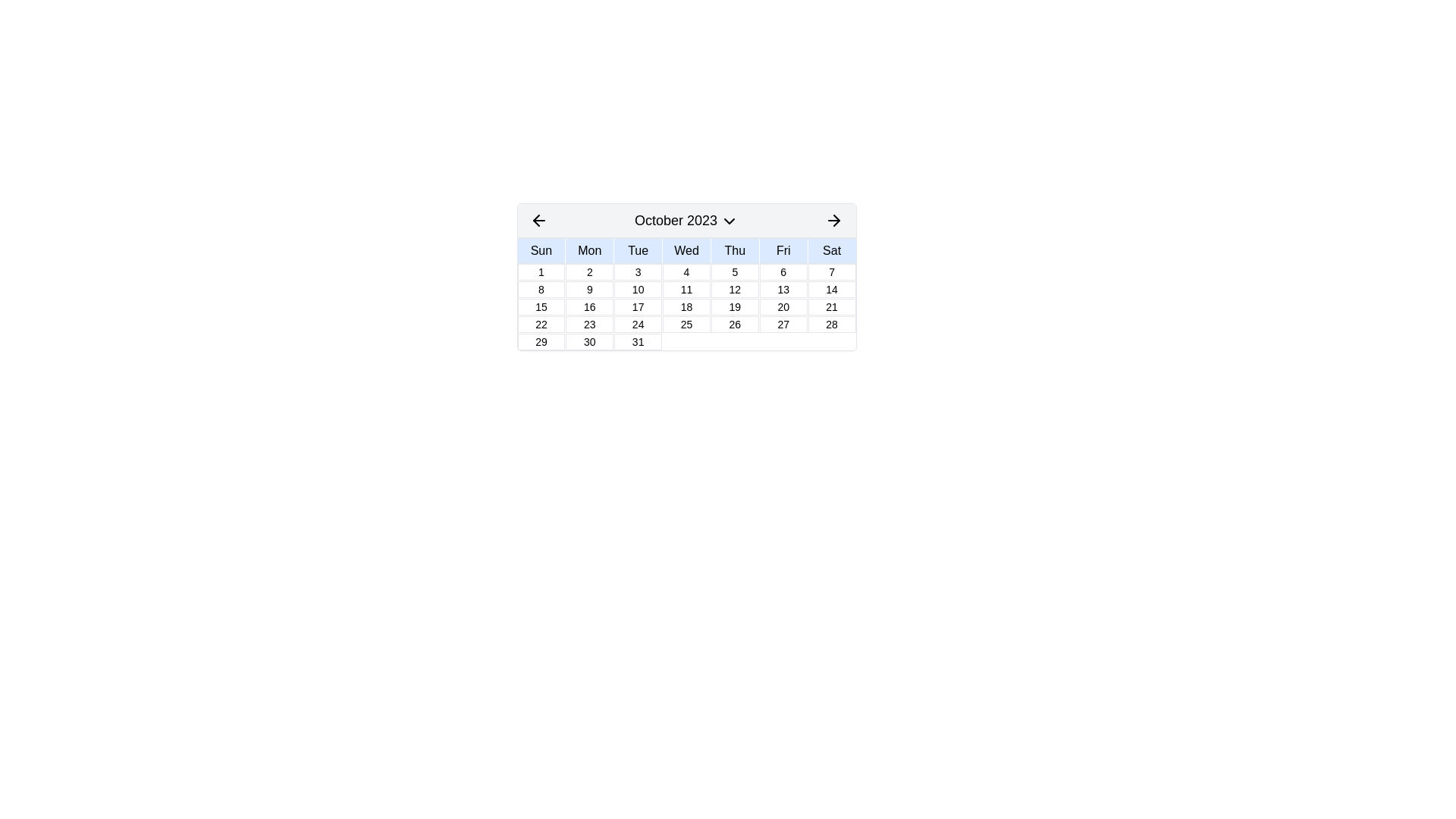 This screenshot has height=819, width=1456. What do you see at coordinates (588, 289) in the screenshot?
I see `the grid cell representing the number '9' in the second row and second column of the calendar interface` at bounding box center [588, 289].